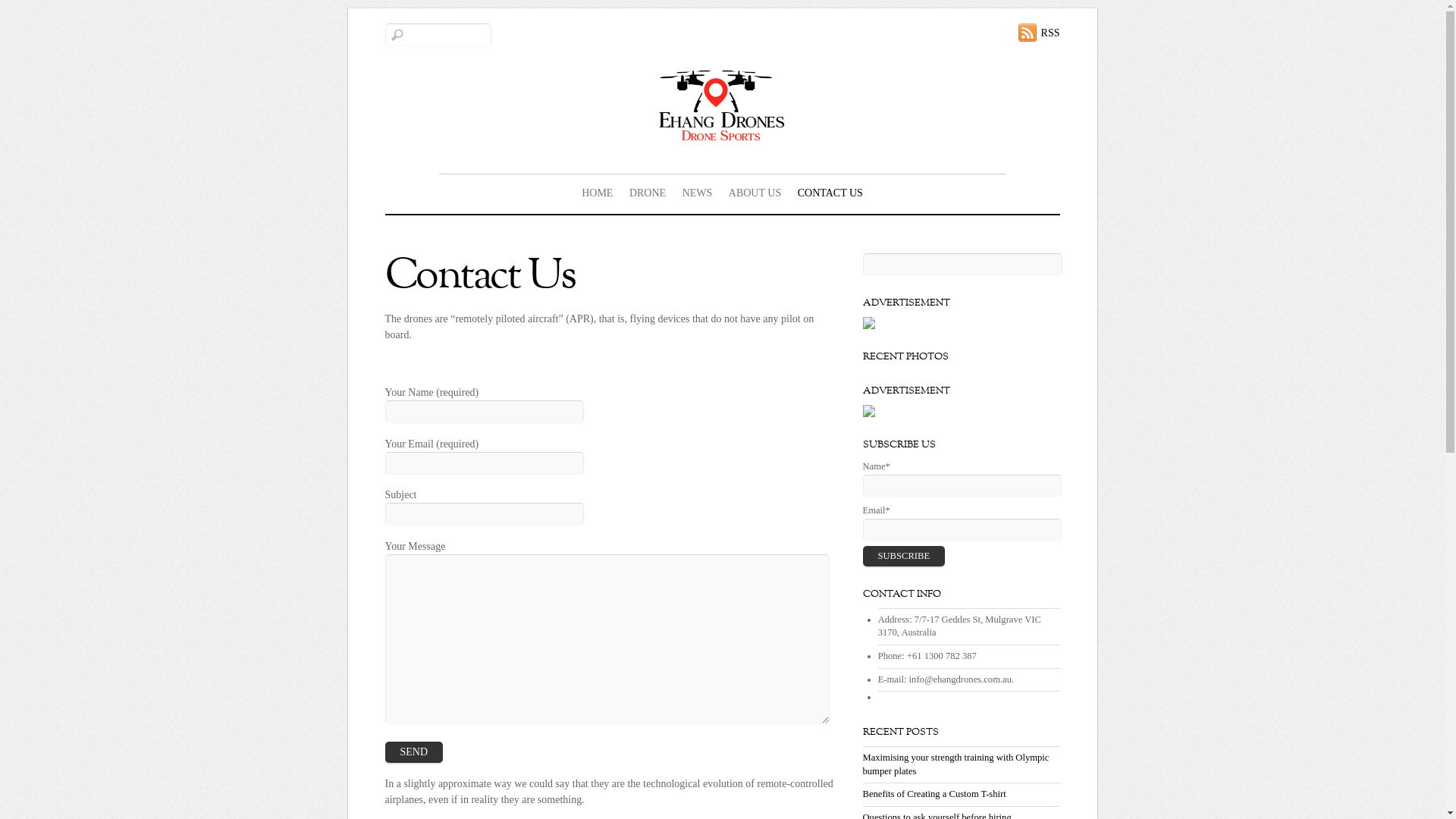 The image size is (1456, 819). What do you see at coordinates (755, 192) in the screenshot?
I see `'ABOUT US'` at bounding box center [755, 192].